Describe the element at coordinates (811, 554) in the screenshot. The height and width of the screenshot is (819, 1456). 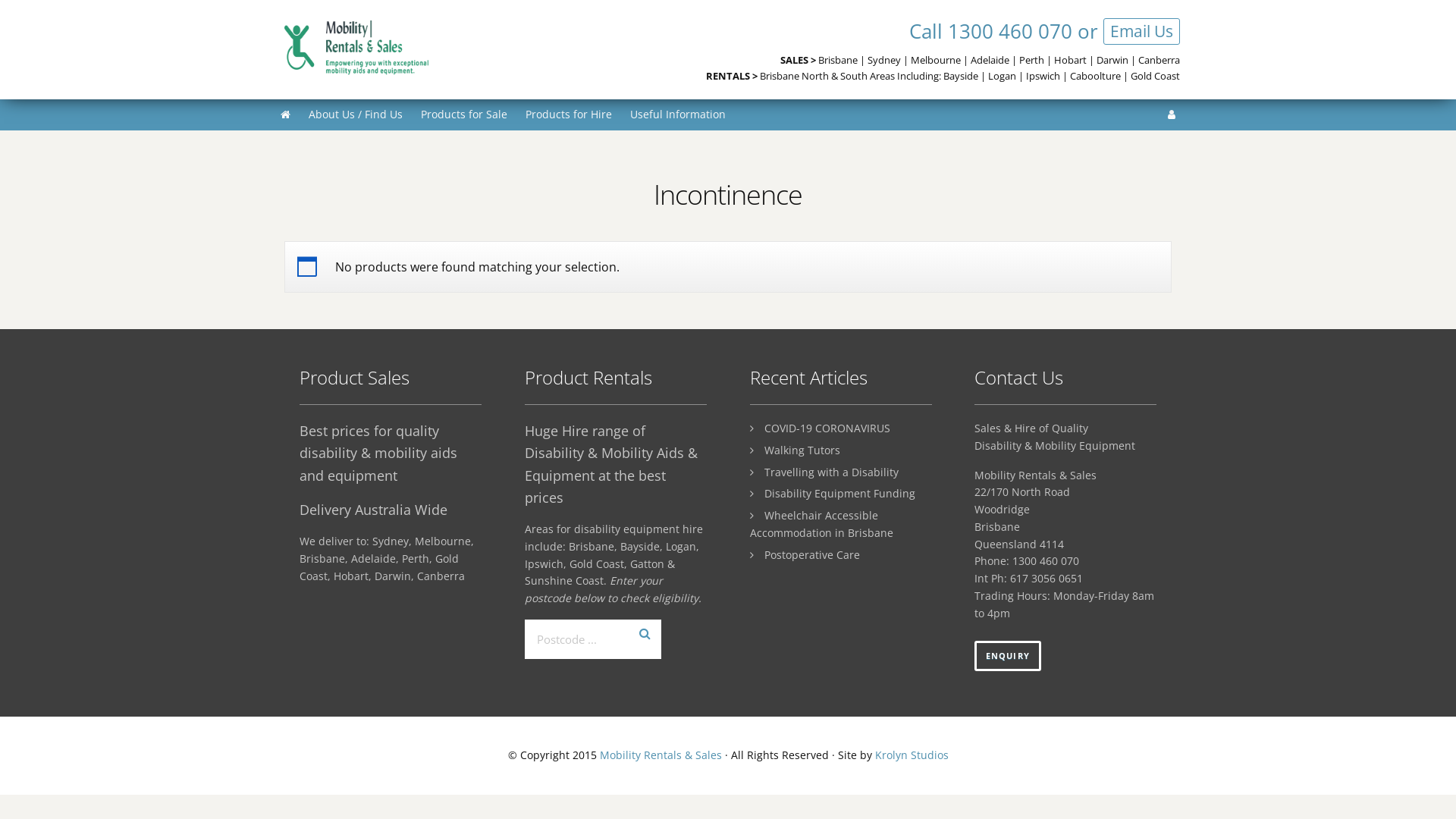
I see `'Postoperative Care'` at that location.